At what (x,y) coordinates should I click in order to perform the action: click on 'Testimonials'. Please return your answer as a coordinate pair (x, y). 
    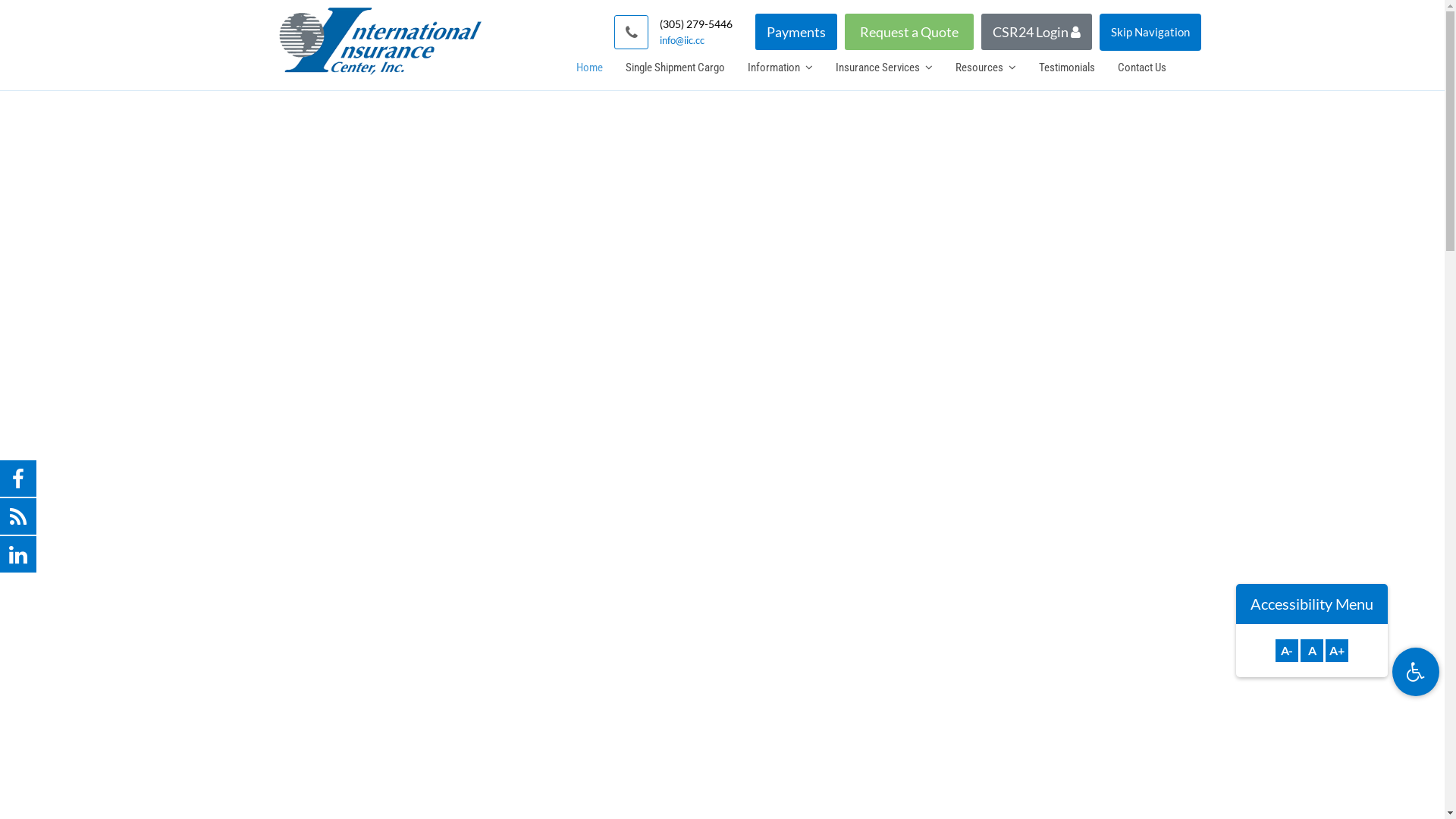
    Looking at the image, I should click on (1065, 66).